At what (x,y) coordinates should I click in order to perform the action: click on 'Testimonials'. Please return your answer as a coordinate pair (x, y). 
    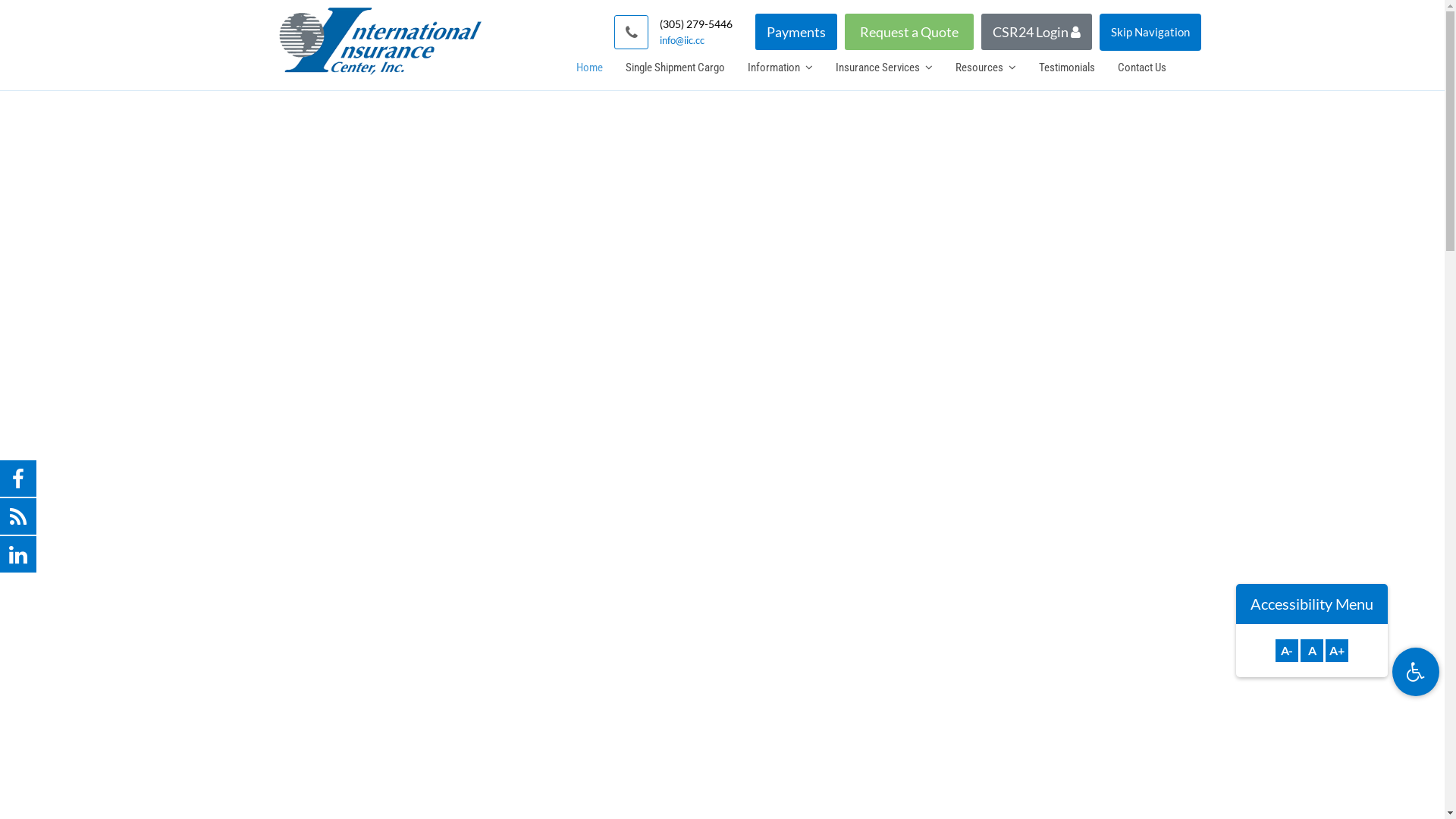
    Looking at the image, I should click on (1065, 66).